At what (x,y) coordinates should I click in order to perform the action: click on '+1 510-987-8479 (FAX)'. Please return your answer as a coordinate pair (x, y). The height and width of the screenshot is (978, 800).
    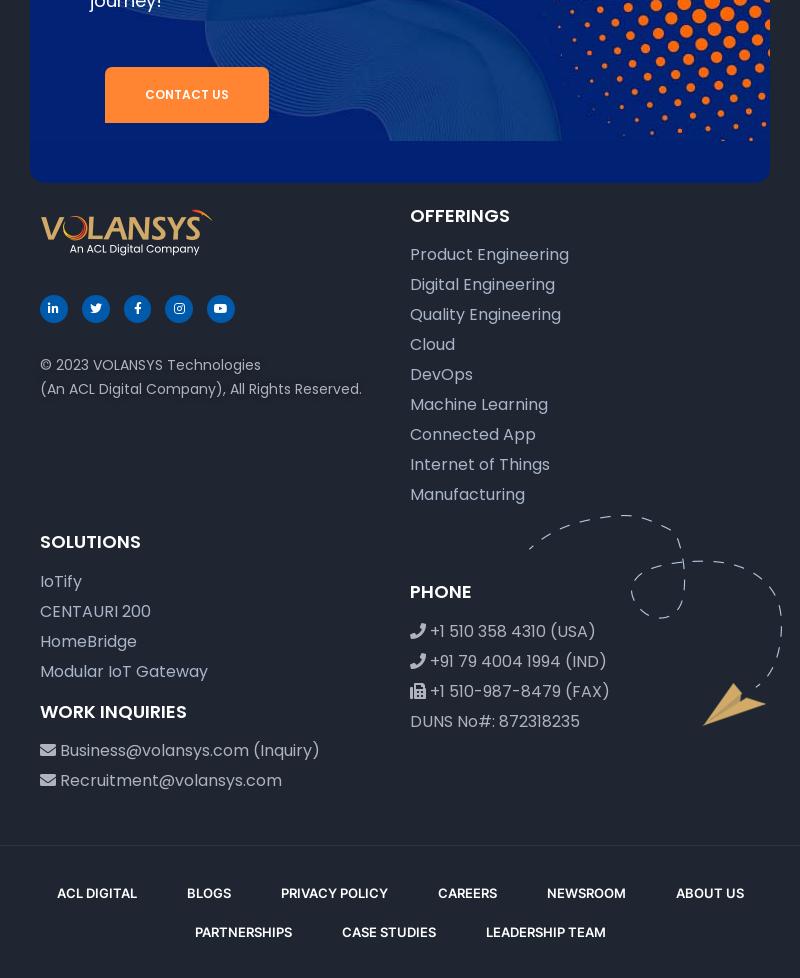
    Looking at the image, I should click on (517, 690).